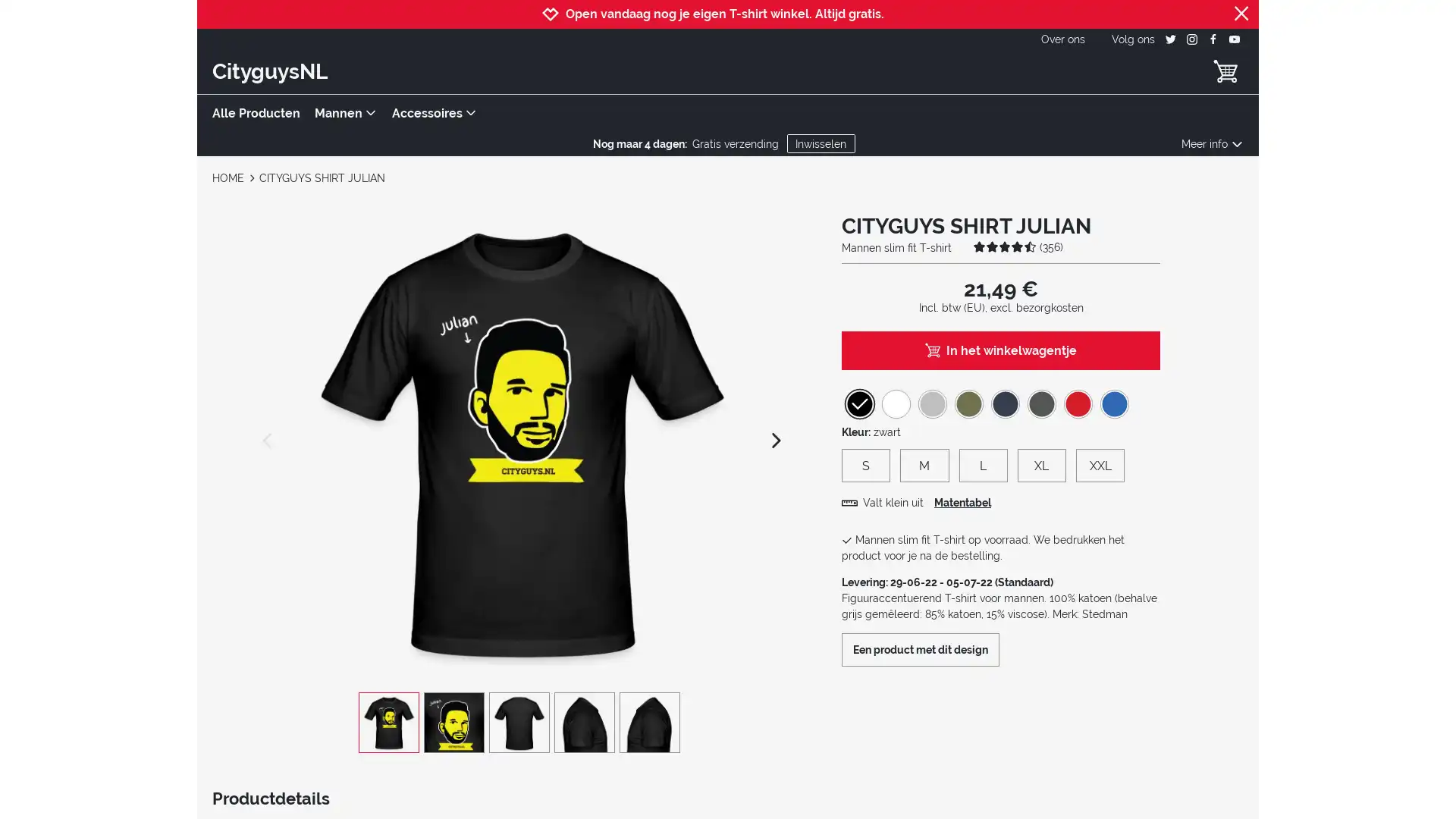 This screenshot has width=1456, height=819. Describe the element at coordinates (584, 721) in the screenshot. I see `CITYGUYS SHIRT JULIAN view 4` at that location.